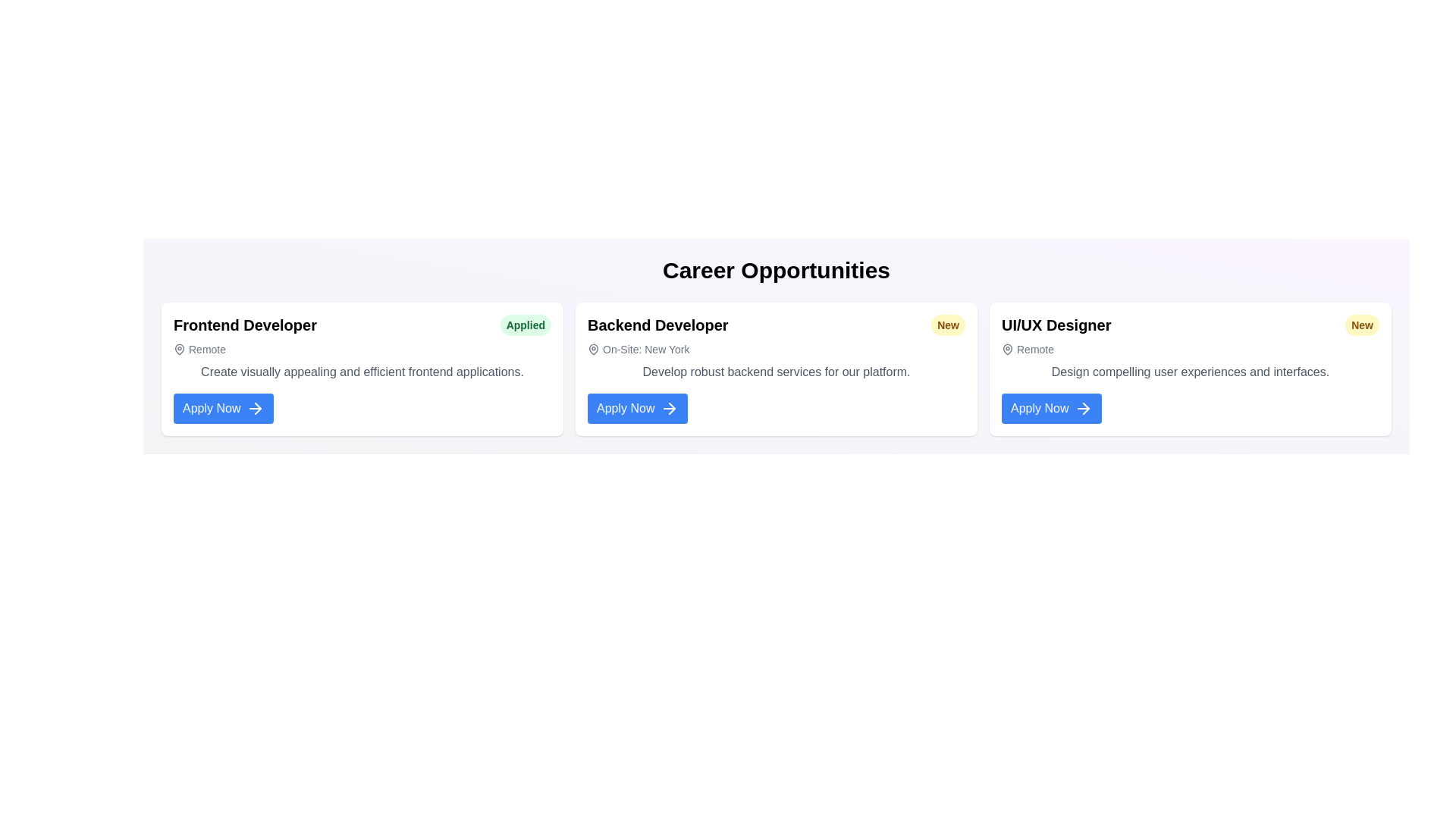 The width and height of the screenshot is (1456, 819). What do you see at coordinates (592, 348) in the screenshot?
I see `the location indicator icon next to the 'On-Site: New York' text label in the backend developer job listing card` at bounding box center [592, 348].